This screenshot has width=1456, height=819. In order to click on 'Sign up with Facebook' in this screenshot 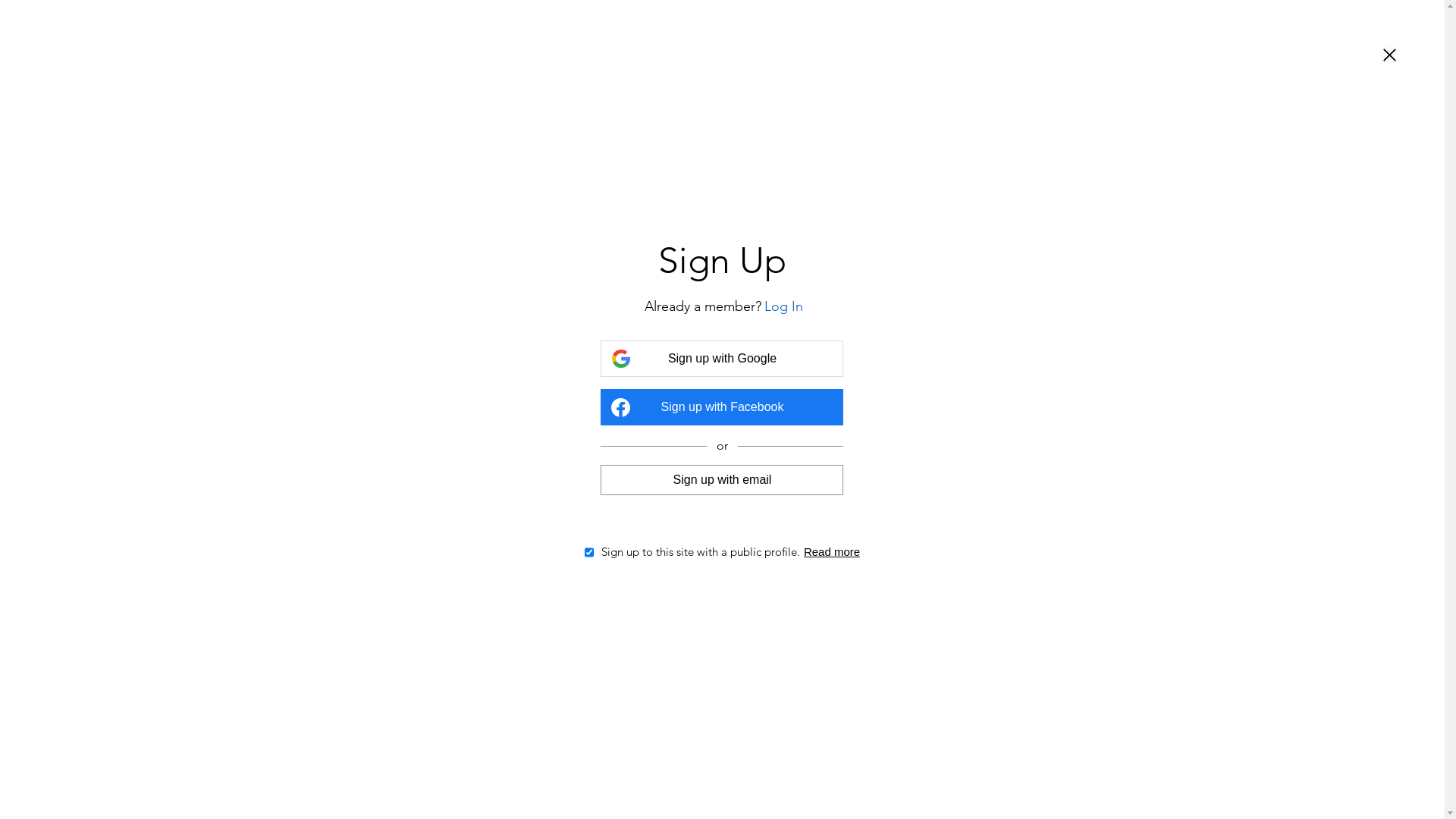, I will do `click(720, 406)`.